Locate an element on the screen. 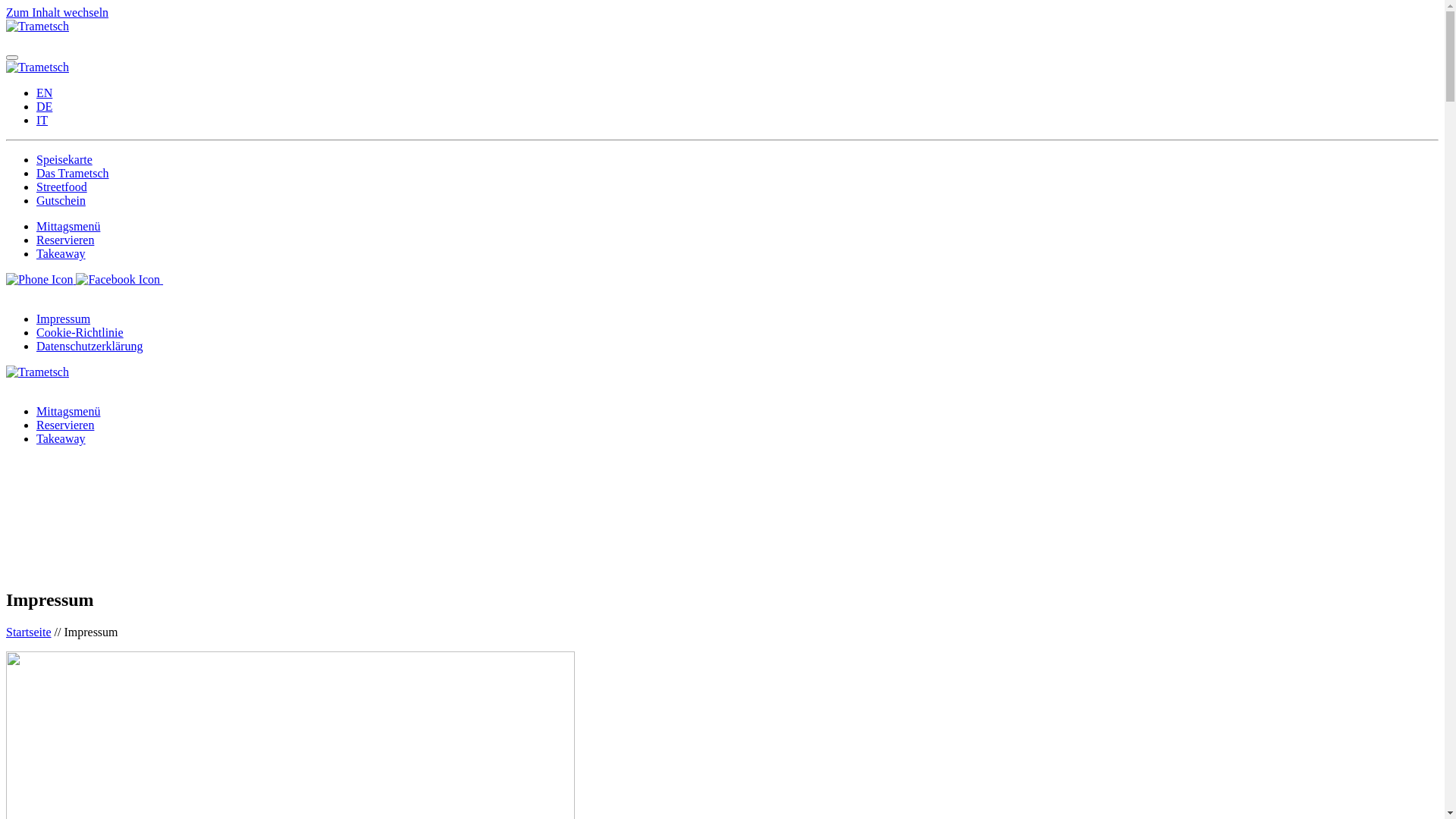  'Zum Inhalt wechseln' is located at coordinates (57, 12).